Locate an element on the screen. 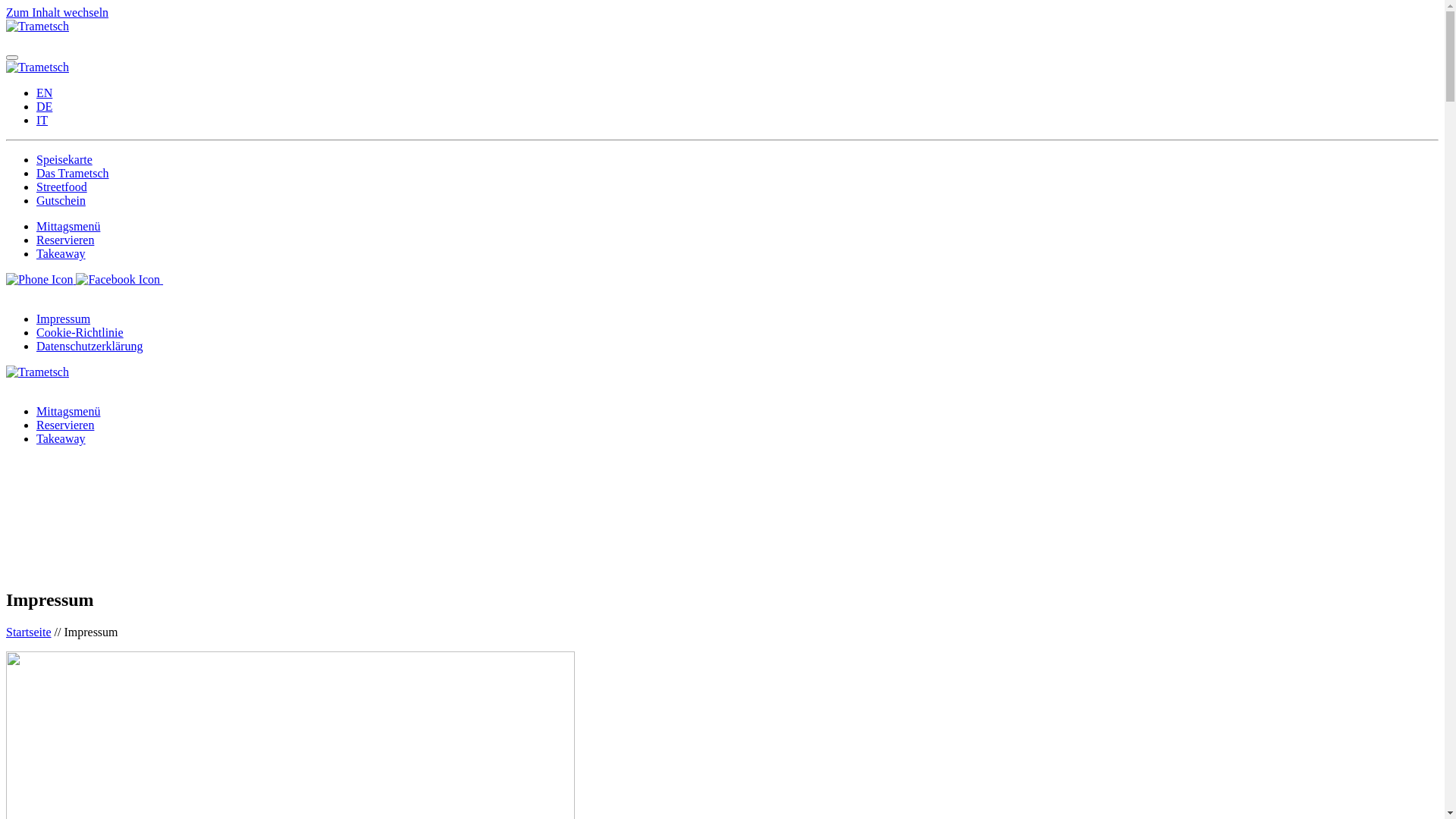  'Zum Inhalt wechseln' is located at coordinates (57, 12).